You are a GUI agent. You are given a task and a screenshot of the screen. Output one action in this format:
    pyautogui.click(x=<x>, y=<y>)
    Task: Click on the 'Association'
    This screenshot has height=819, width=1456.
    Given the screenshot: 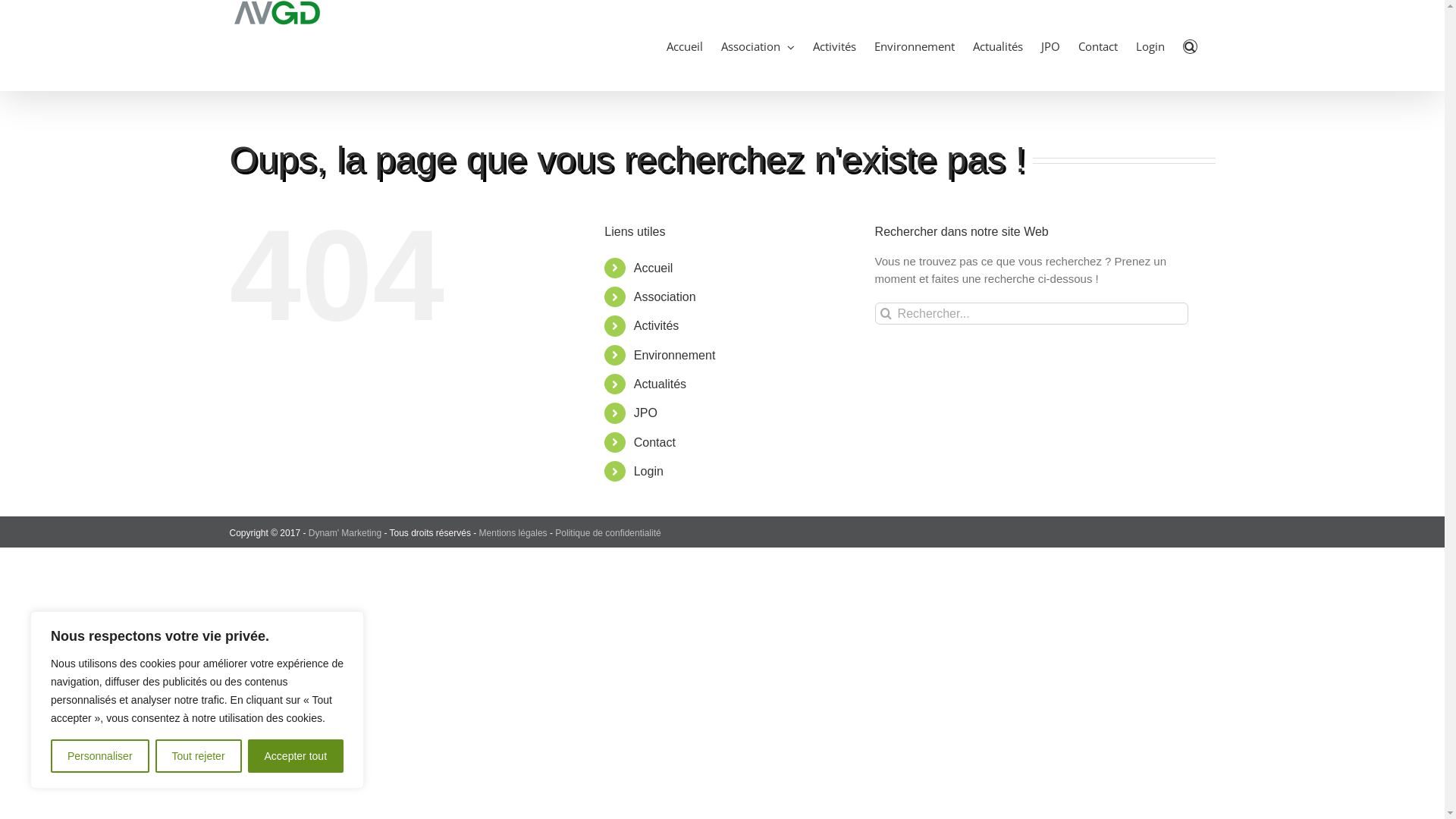 What is the action you would take?
    pyautogui.click(x=758, y=45)
    